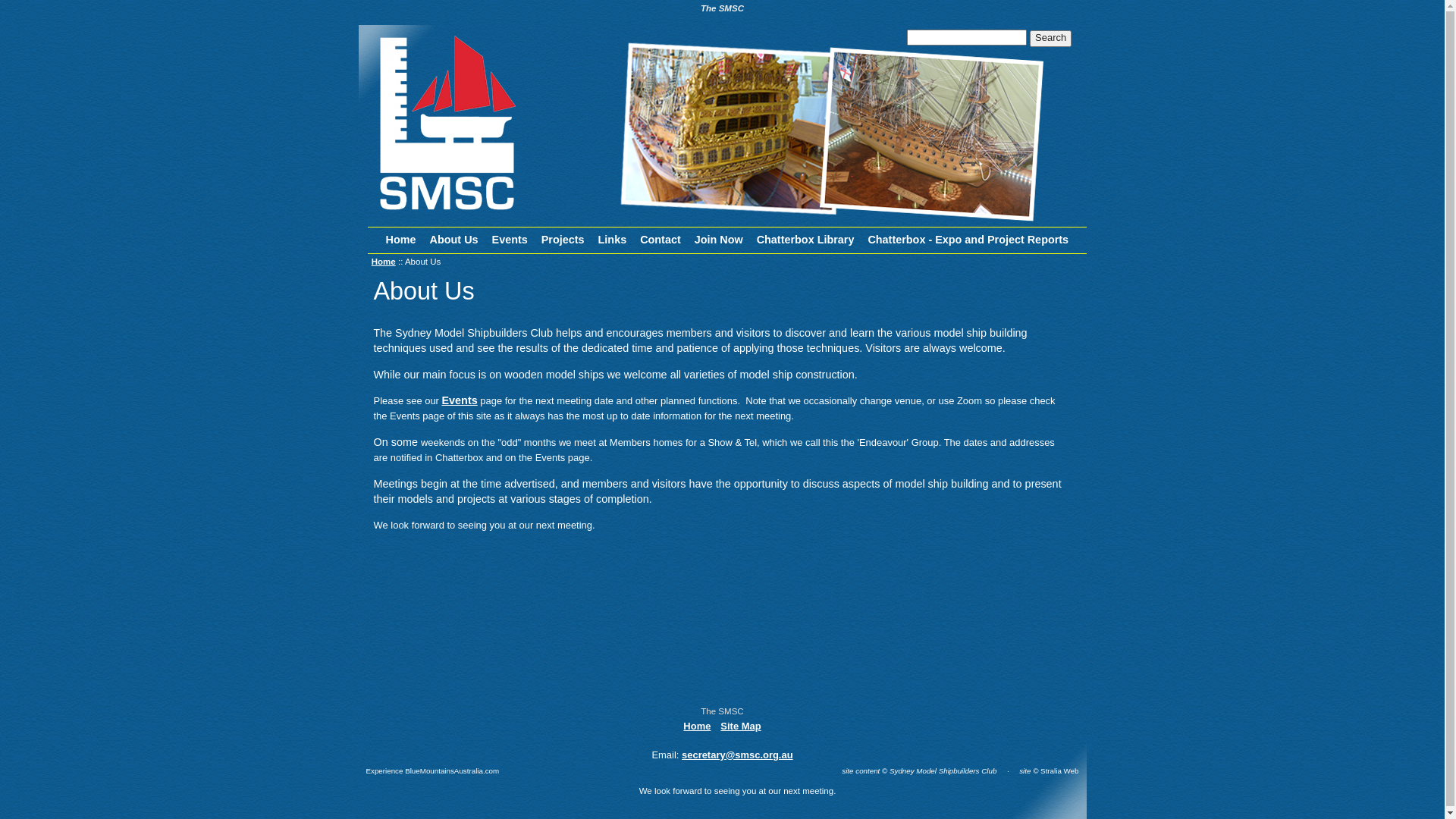 This screenshot has width=1456, height=819. I want to click on 'Join Now', so click(718, 239).